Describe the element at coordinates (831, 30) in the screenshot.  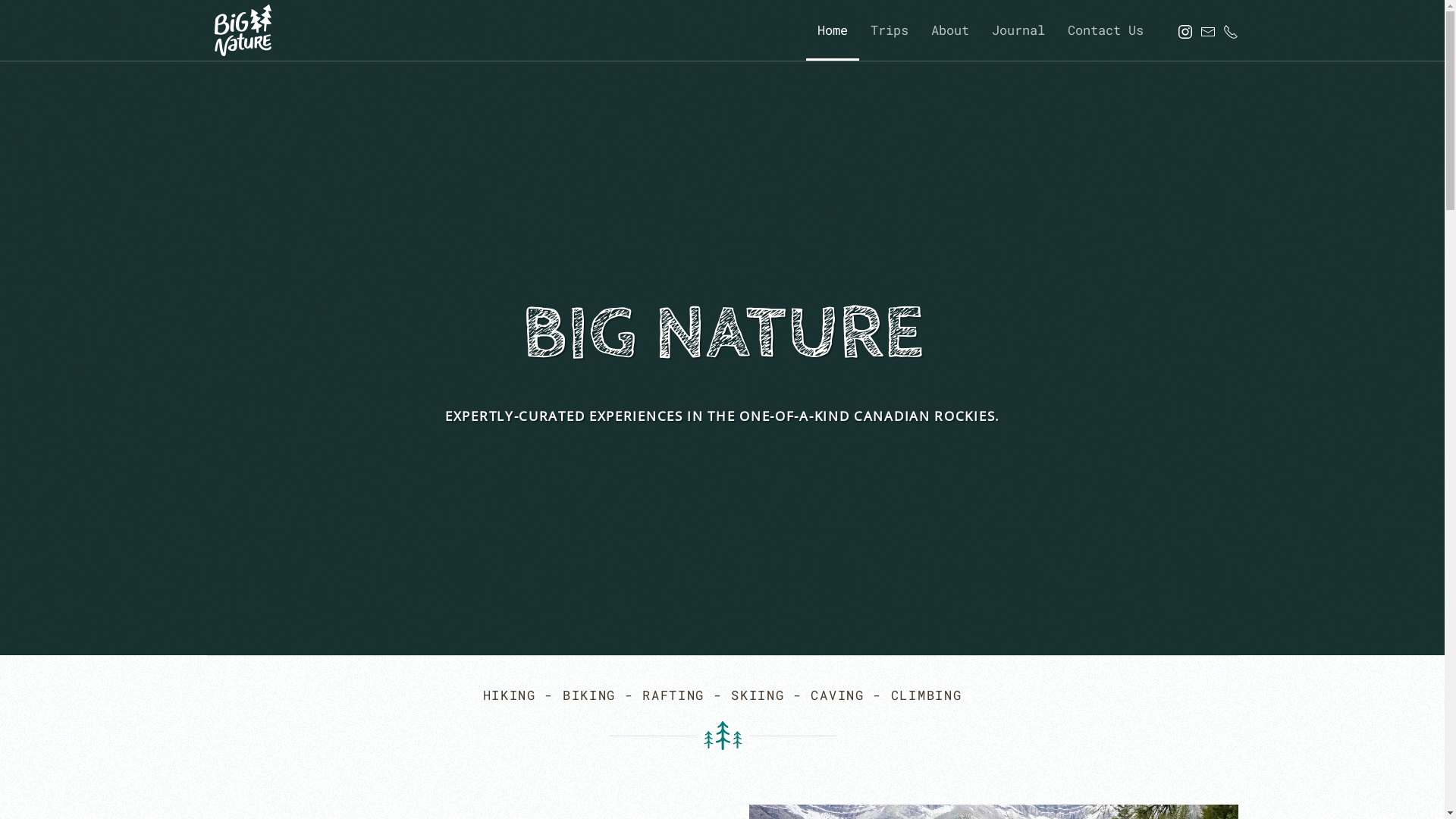
I see `'Home'` at that location.